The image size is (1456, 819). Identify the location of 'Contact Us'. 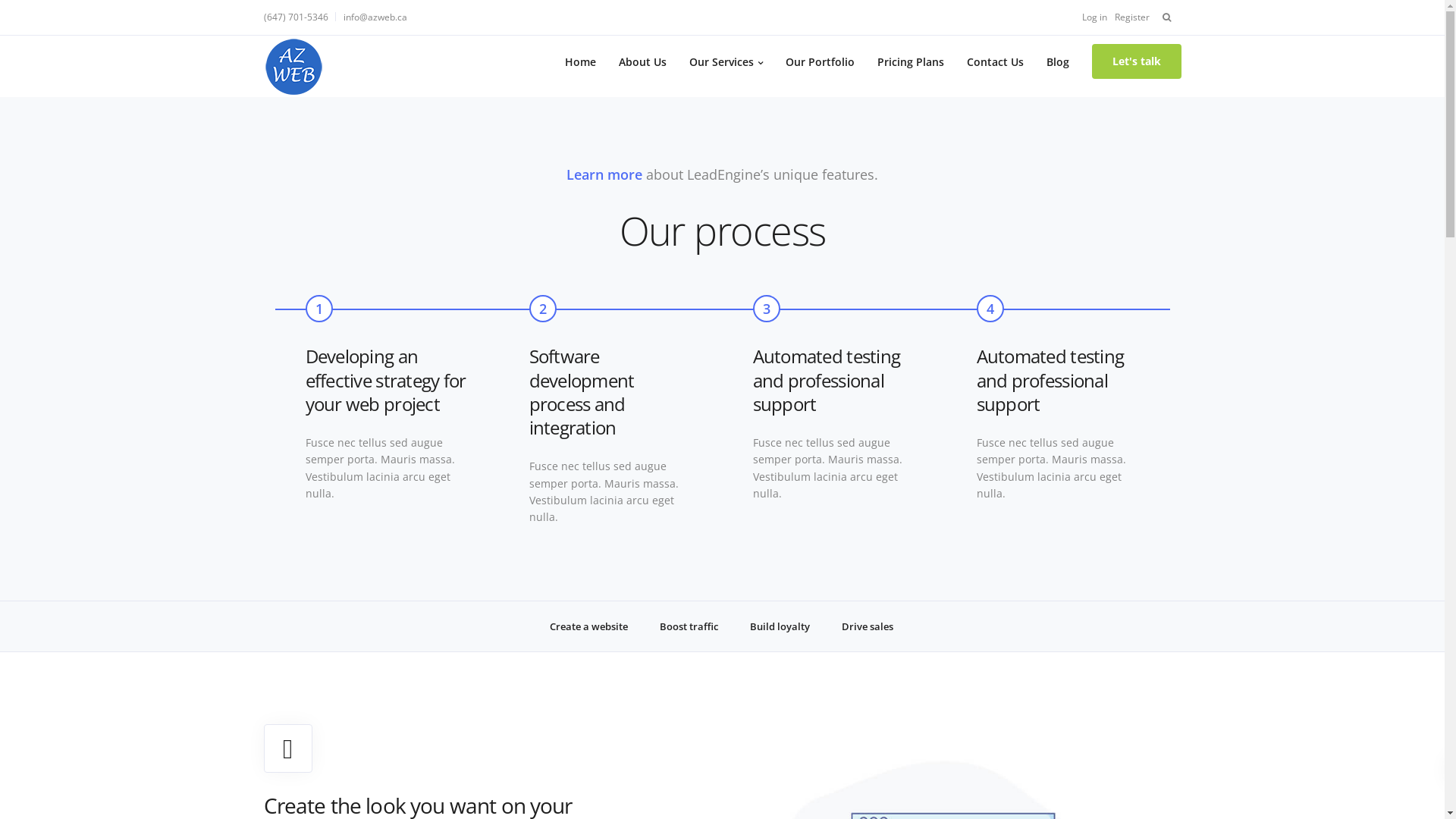
(954, 61).